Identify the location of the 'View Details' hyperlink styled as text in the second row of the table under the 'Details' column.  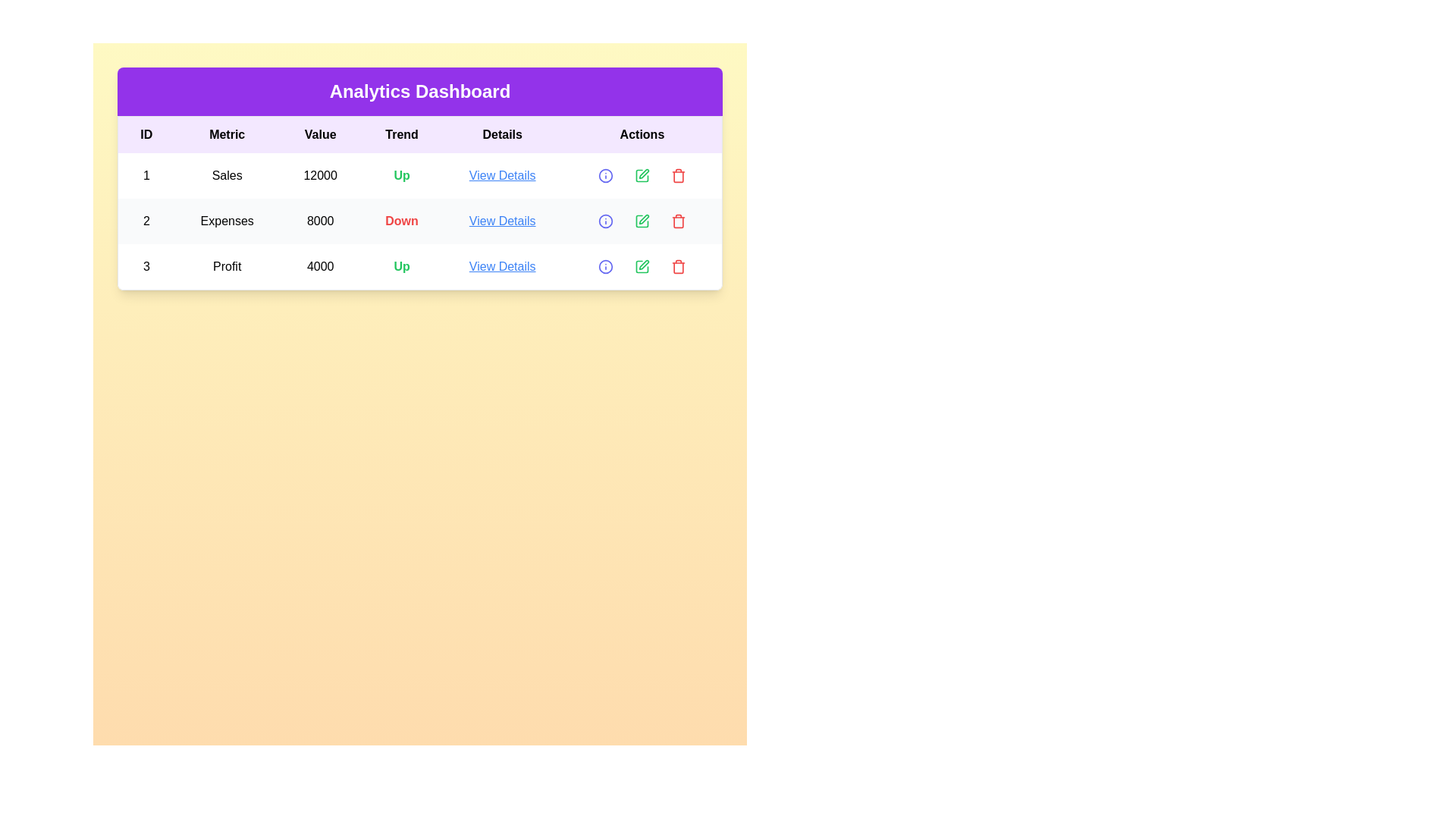
(502, 221).